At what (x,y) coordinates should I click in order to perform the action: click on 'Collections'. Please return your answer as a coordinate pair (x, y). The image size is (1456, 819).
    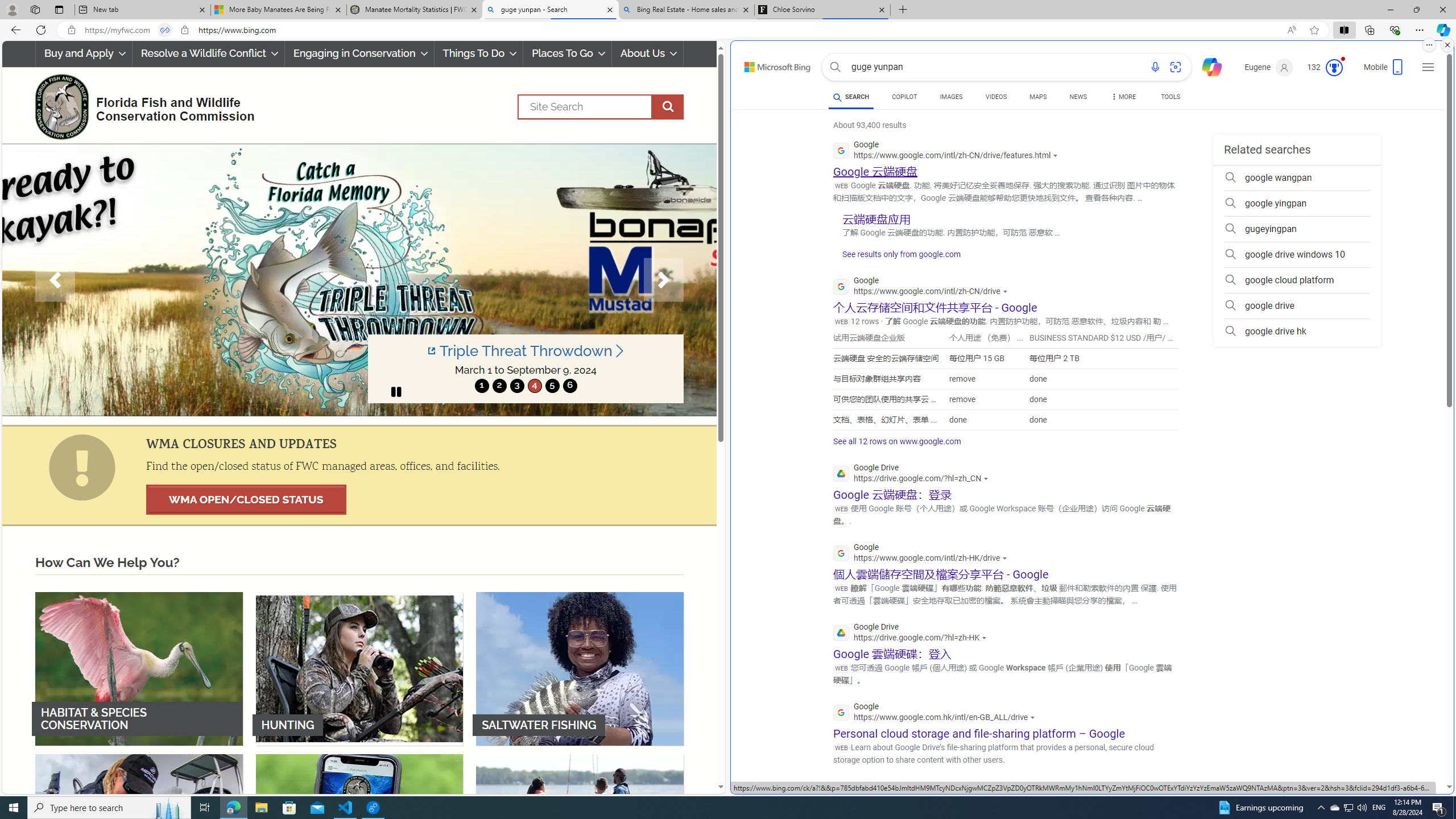
    Looking at the image, I should click on (1368, 29).